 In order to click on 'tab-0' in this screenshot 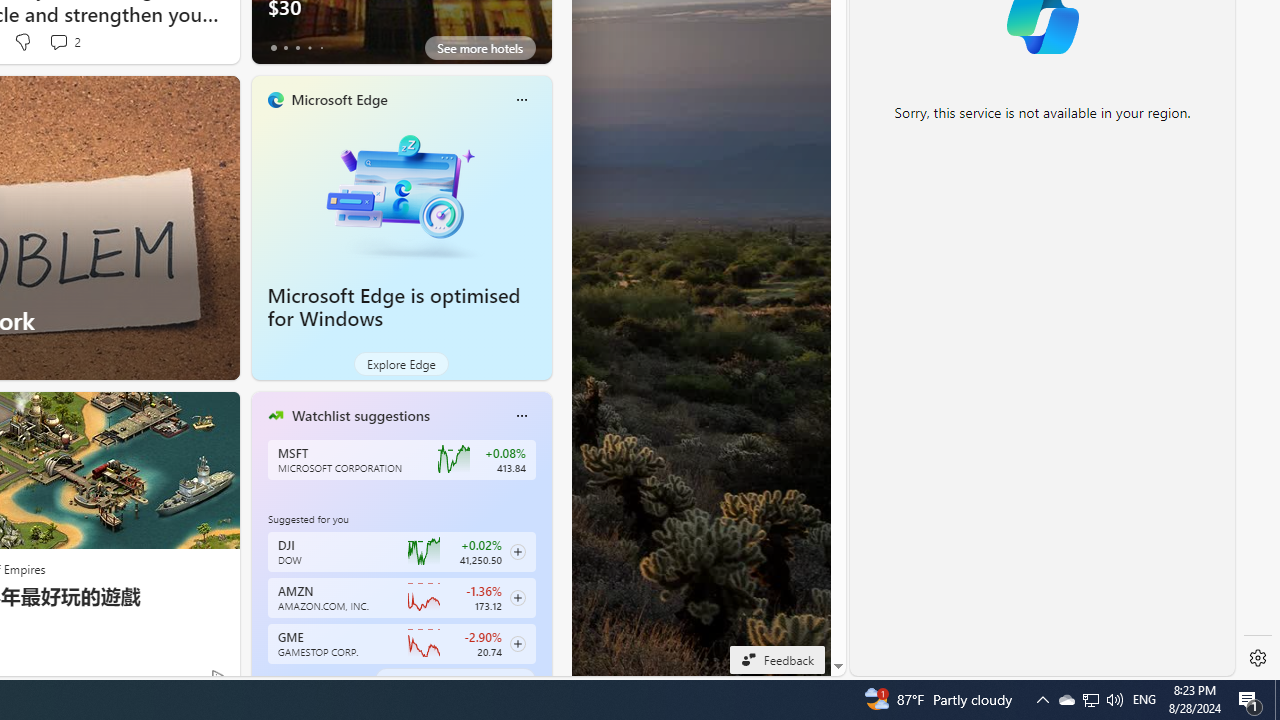, I will do `click(272, 679)`.